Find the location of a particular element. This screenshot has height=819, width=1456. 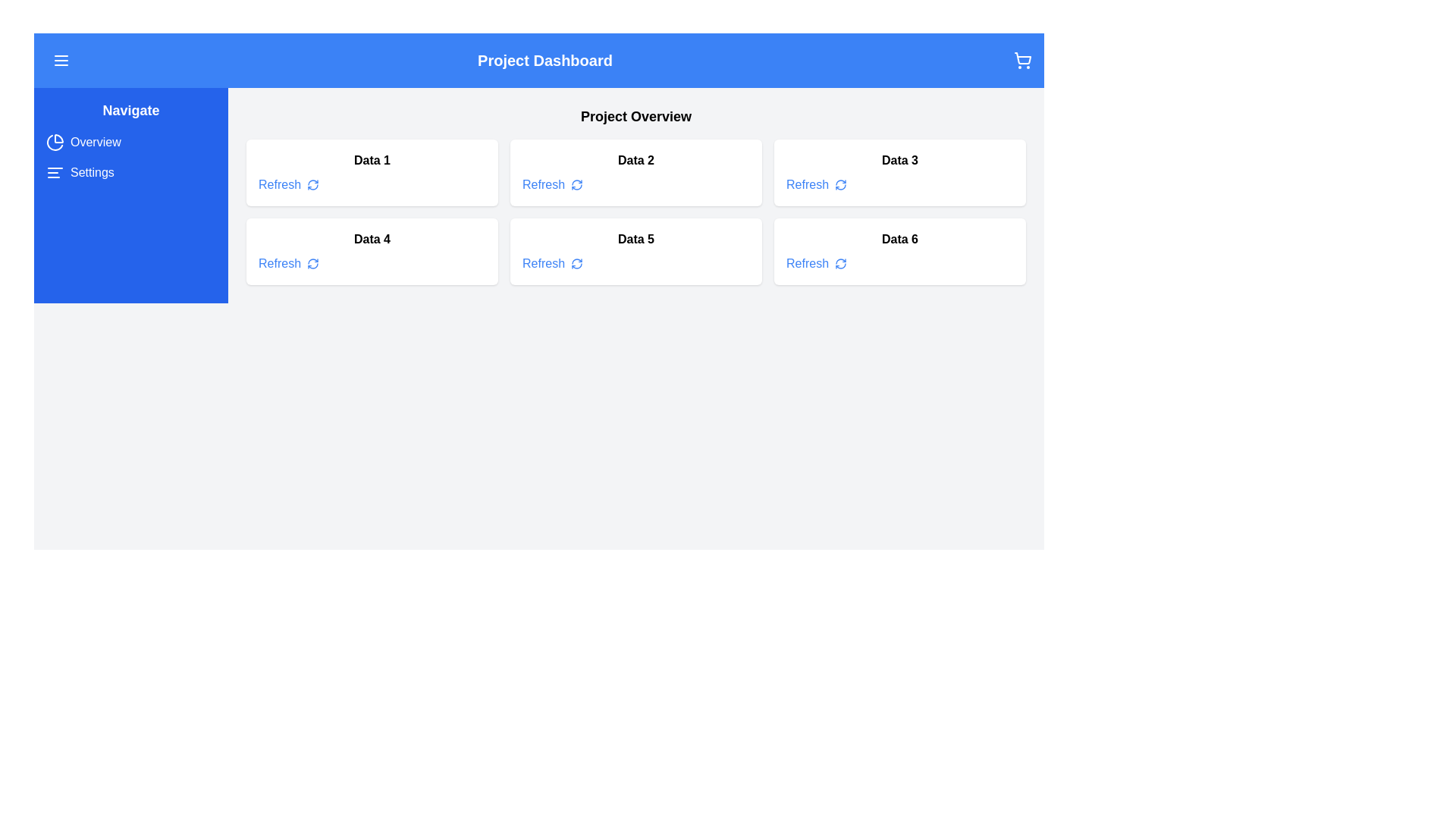

the pie chart icon located in the upper section of the navigation sidebar is located at coordinates (55, 143).